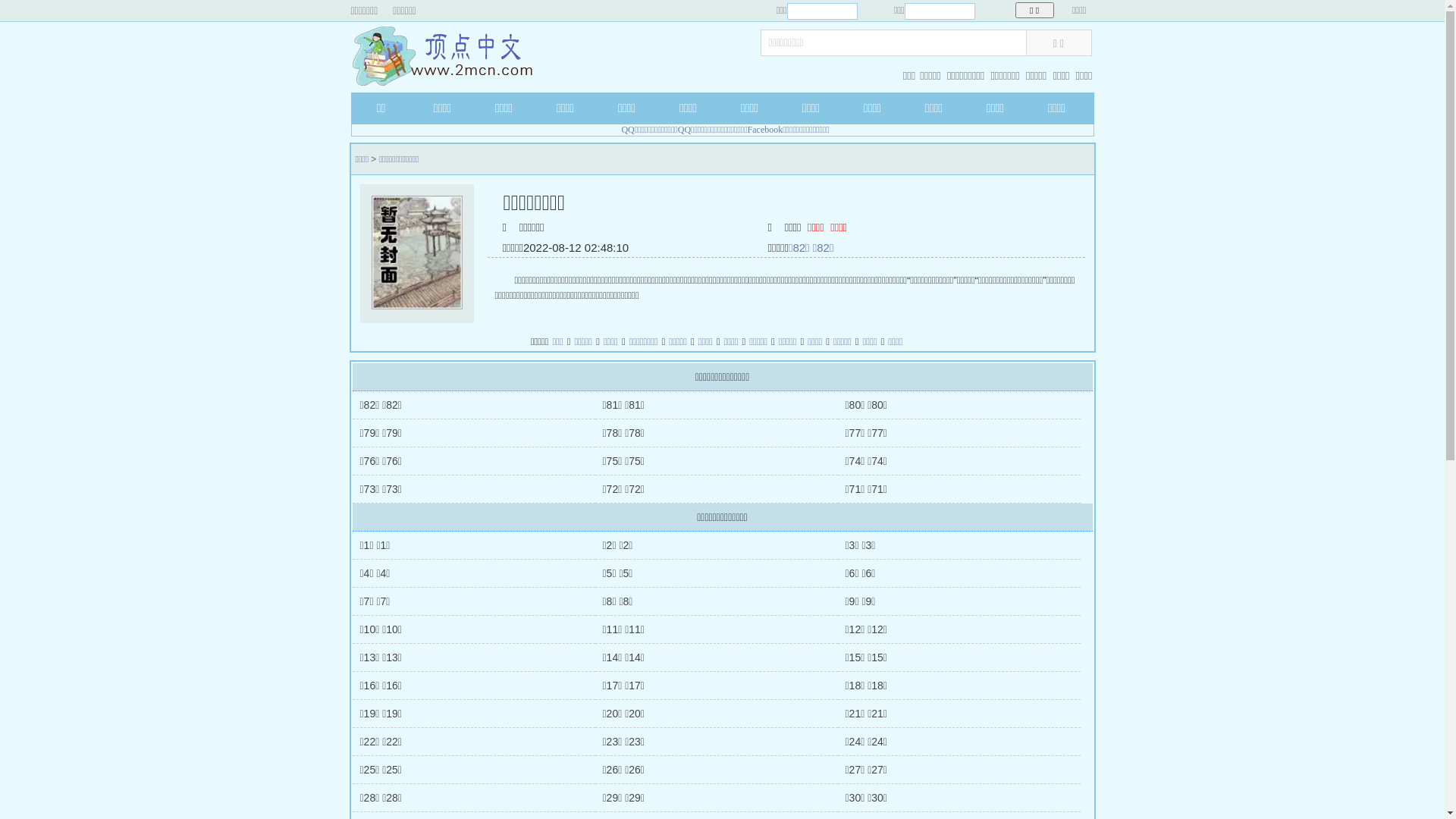 This screenshot has width=1456, height=819. What do you see at coordinates (765, 128) in the screenshot?
I see `'Facebook'` at bounding box center [765, 128].